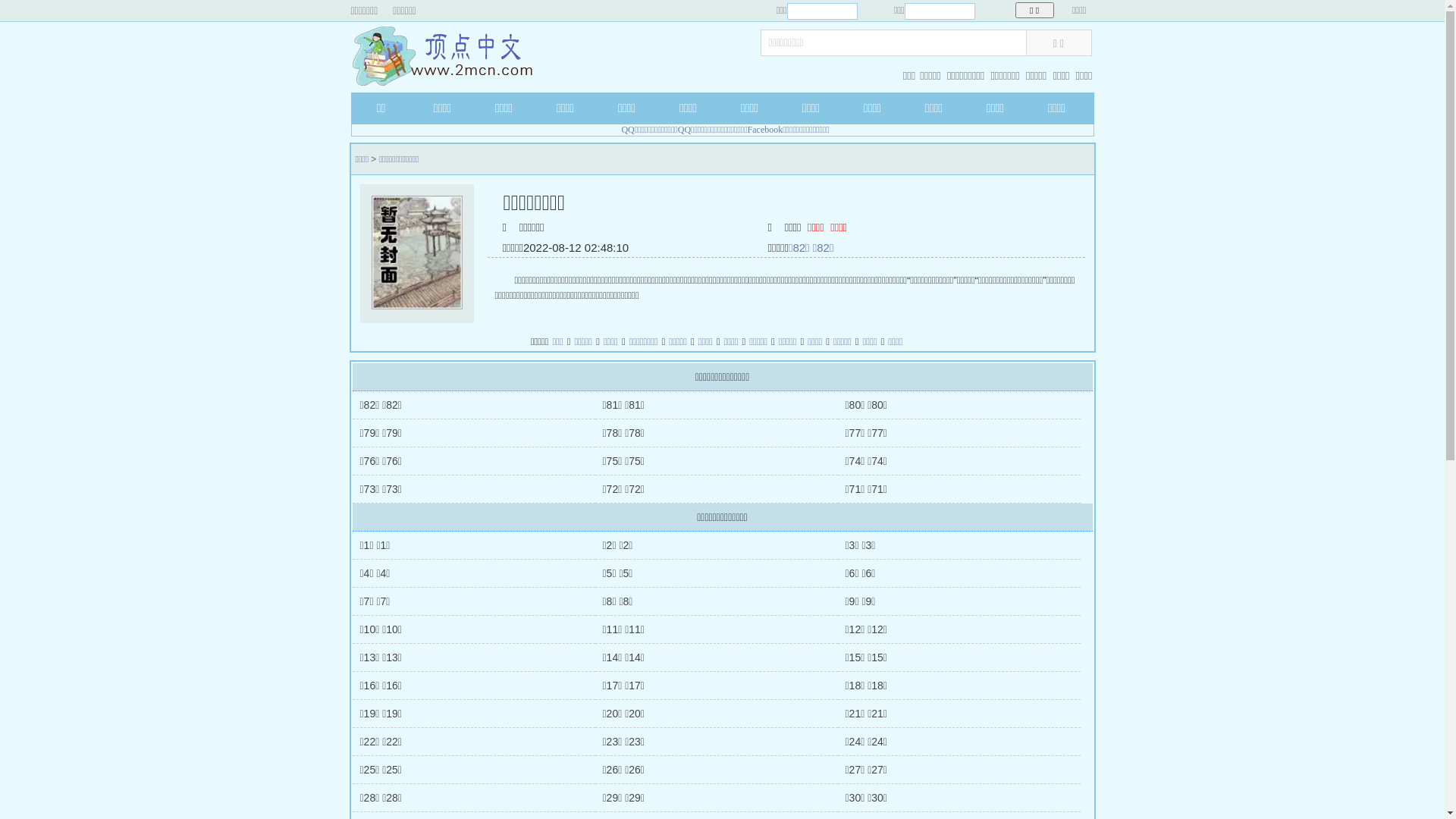 This screenshot has width=1456, height=819. What do you see at coordinates (765, 128) in the screenshot?
I see `'Facebook'` at bounding box center [765, 128].